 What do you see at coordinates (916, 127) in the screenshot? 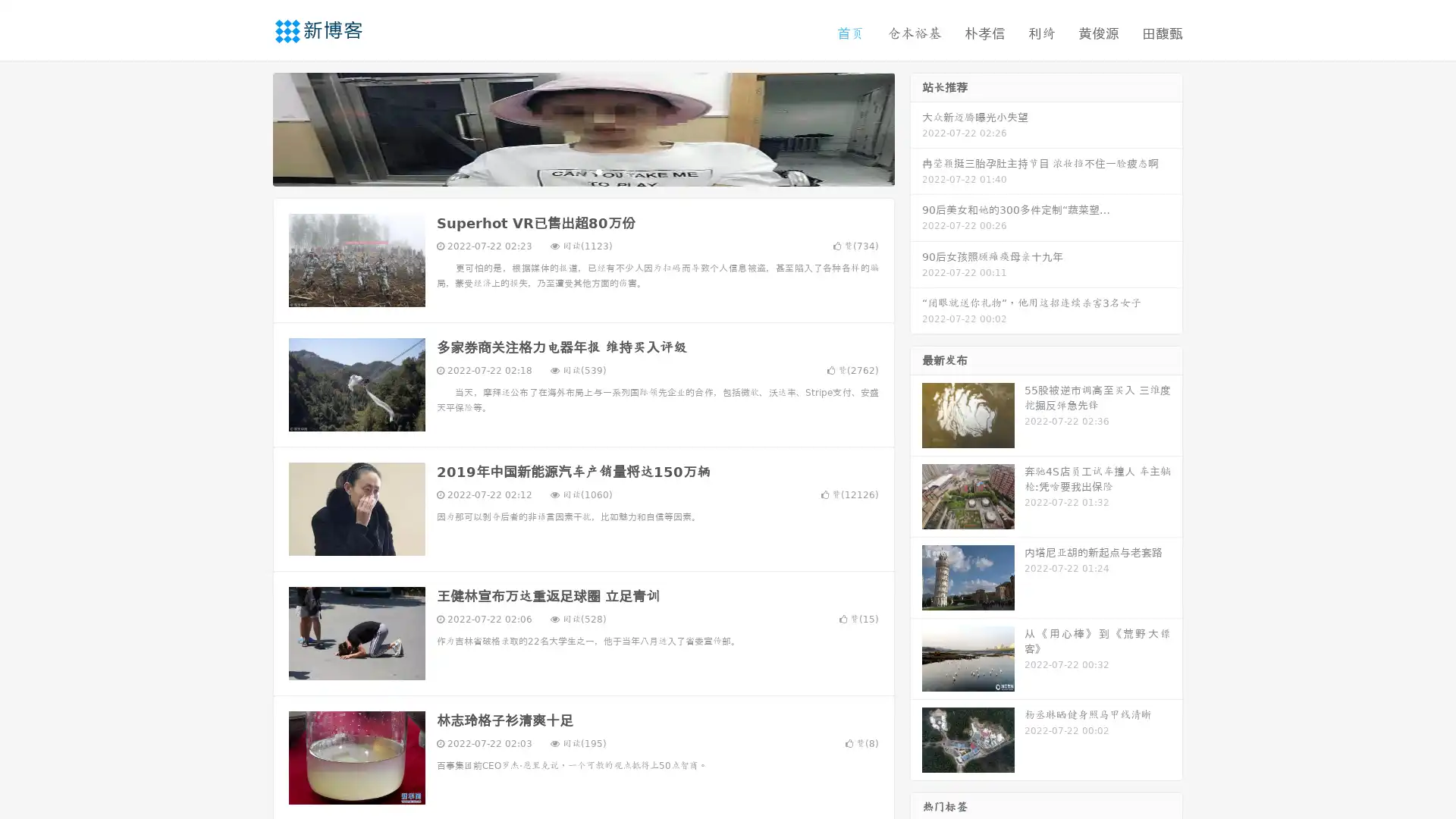
I see `Next slide` at bounding box center [916, 127].